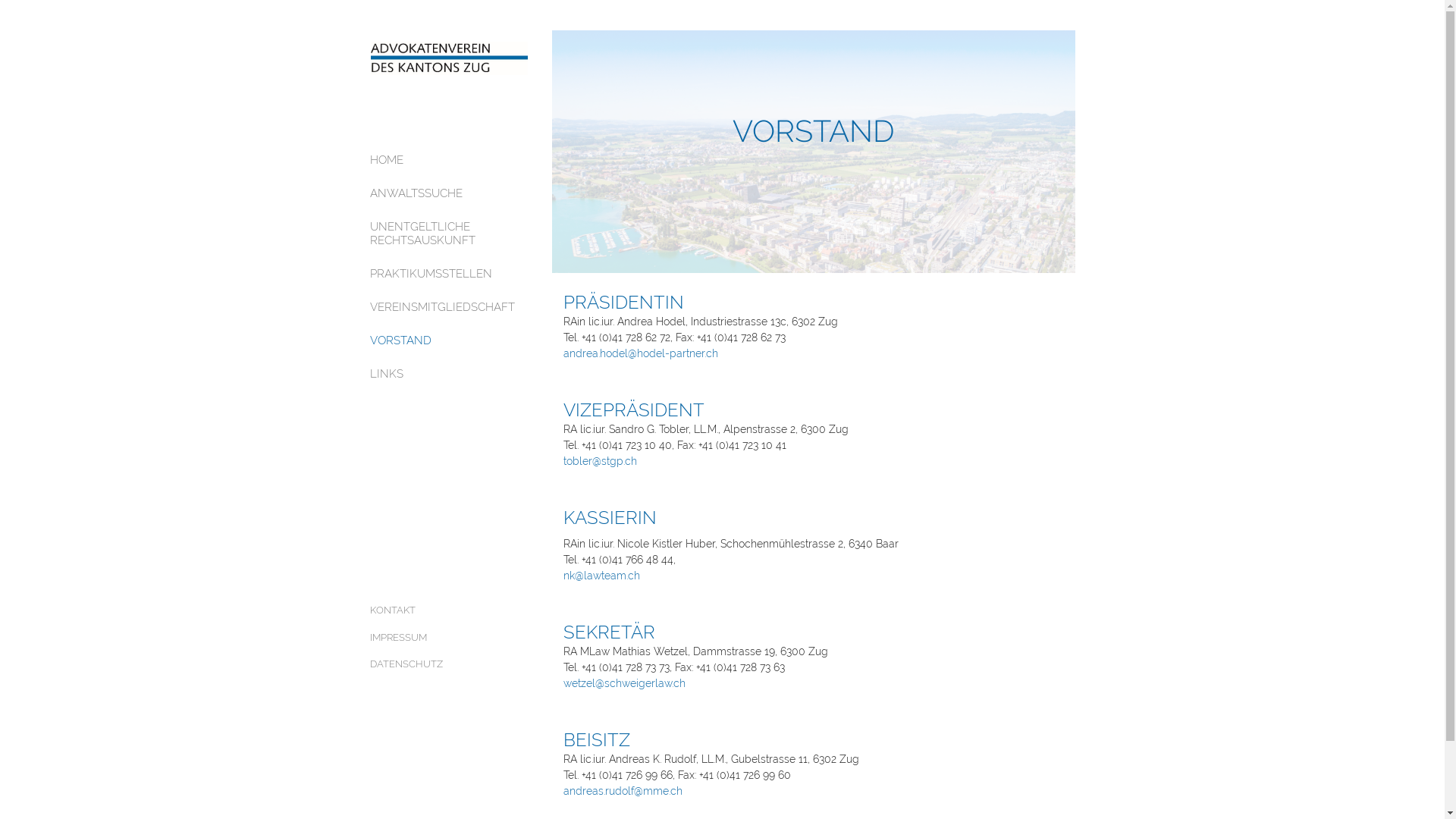  What do you see at coordinates (449, 374) in the screenshot?
I see `'LINKS'` at bounding box center [449, 374].